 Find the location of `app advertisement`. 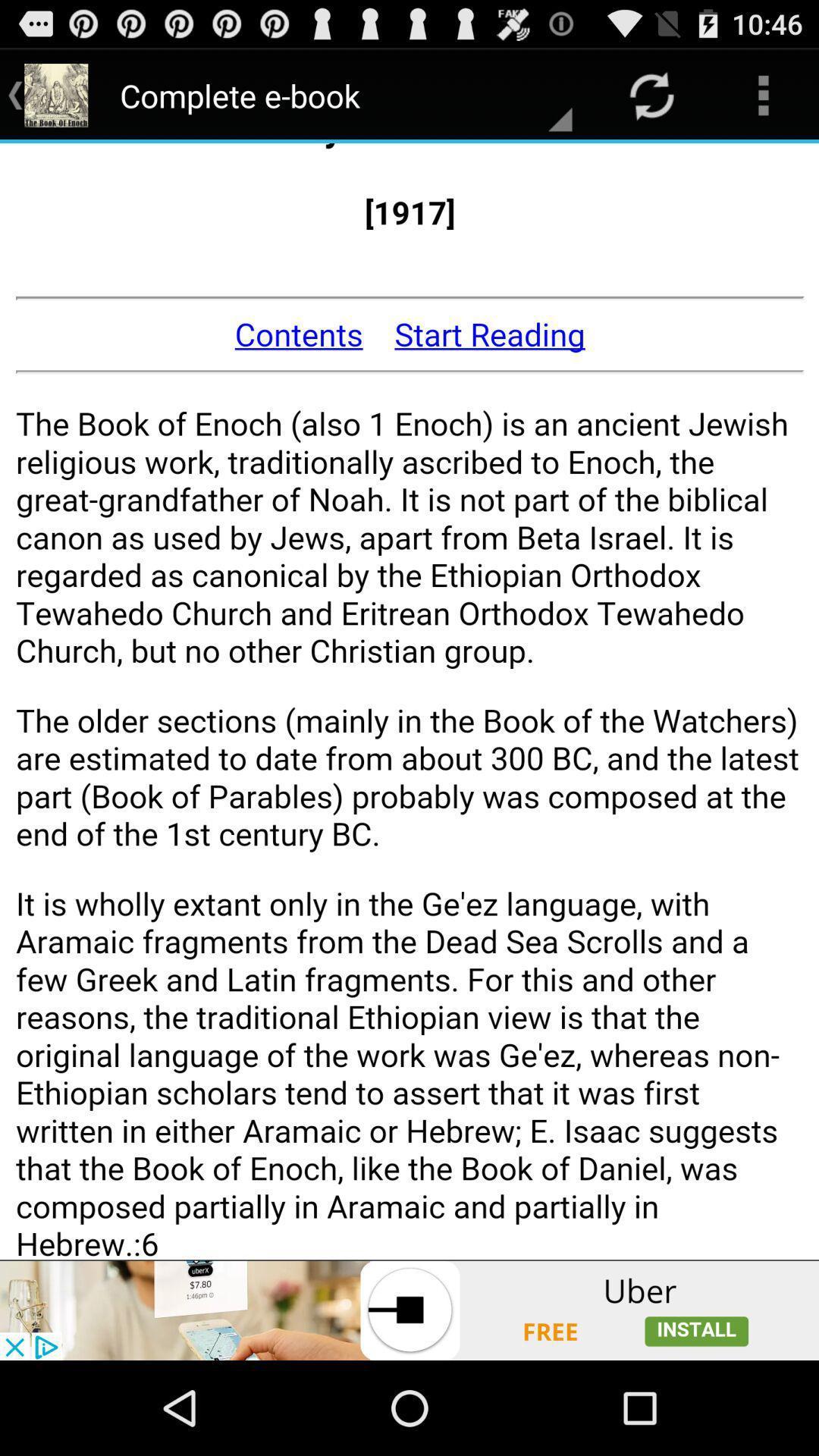

app advertisement is located at coordinates (409, 1310).